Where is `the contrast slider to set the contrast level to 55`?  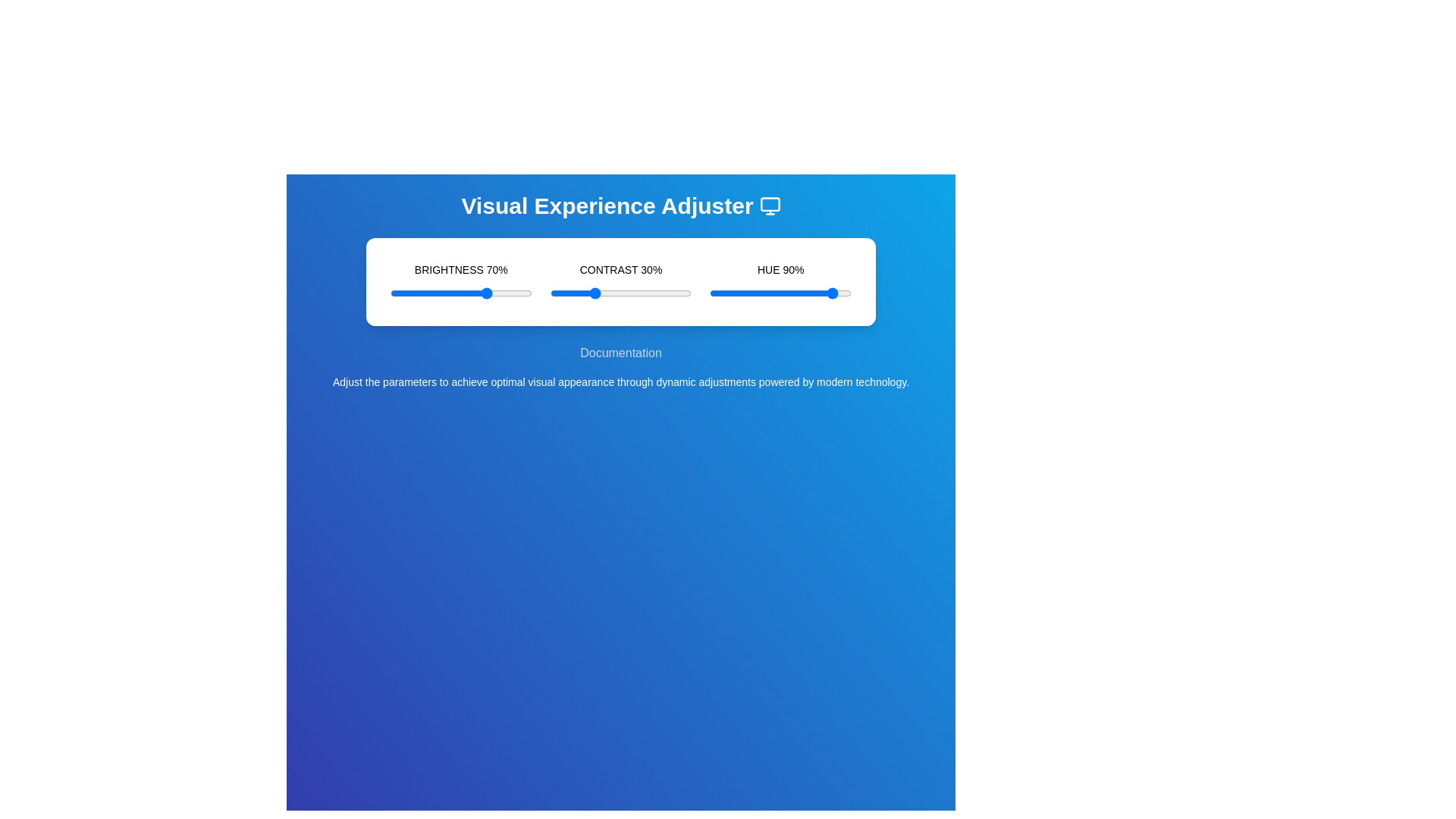
the contrast slider to set the contrast level to 55 is located at coordinates (628, 293).